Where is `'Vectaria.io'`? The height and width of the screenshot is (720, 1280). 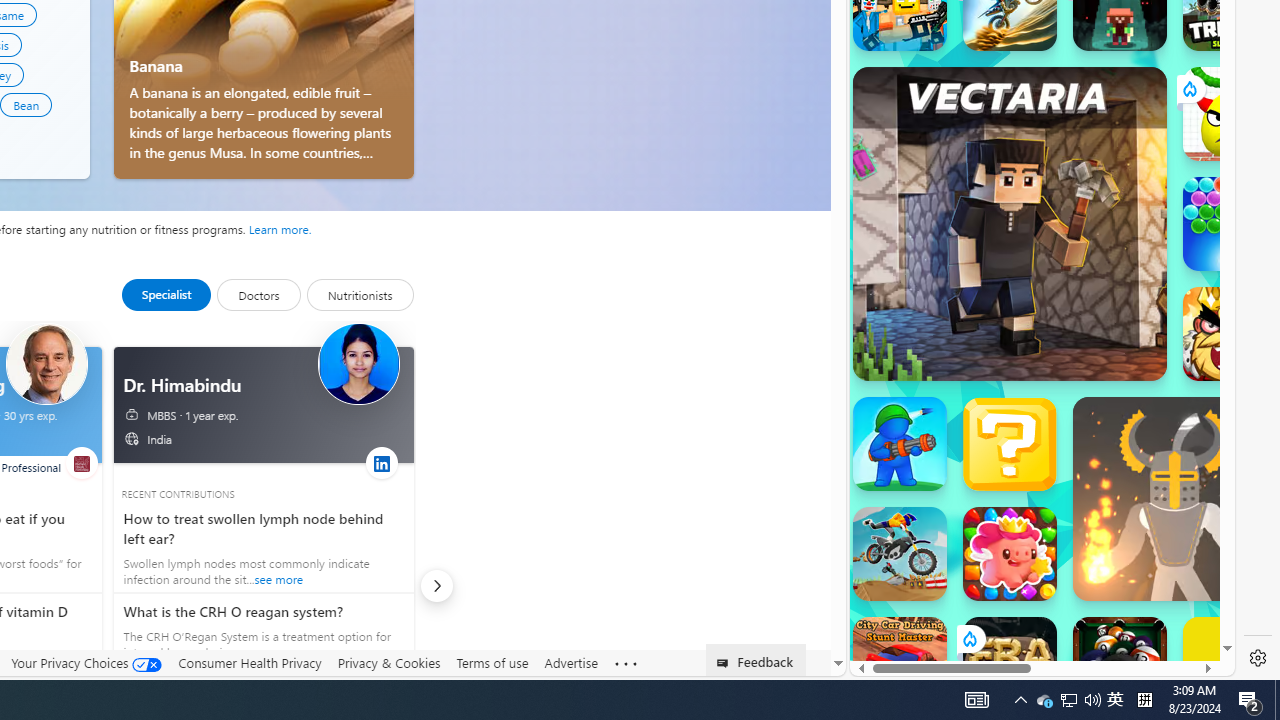 'Vectaria.io' is located at coordinates (1009, 223).